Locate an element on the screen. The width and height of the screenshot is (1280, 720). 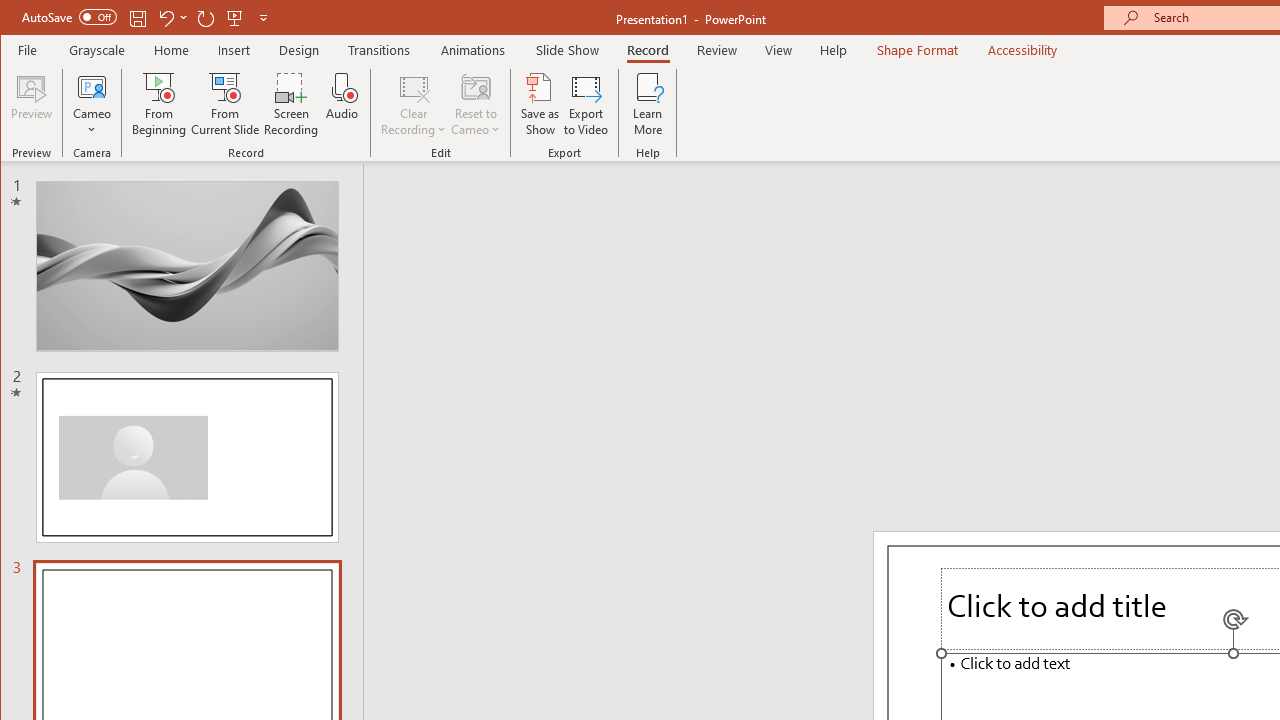
'Export to Video' is located at coordinates (585, 104).